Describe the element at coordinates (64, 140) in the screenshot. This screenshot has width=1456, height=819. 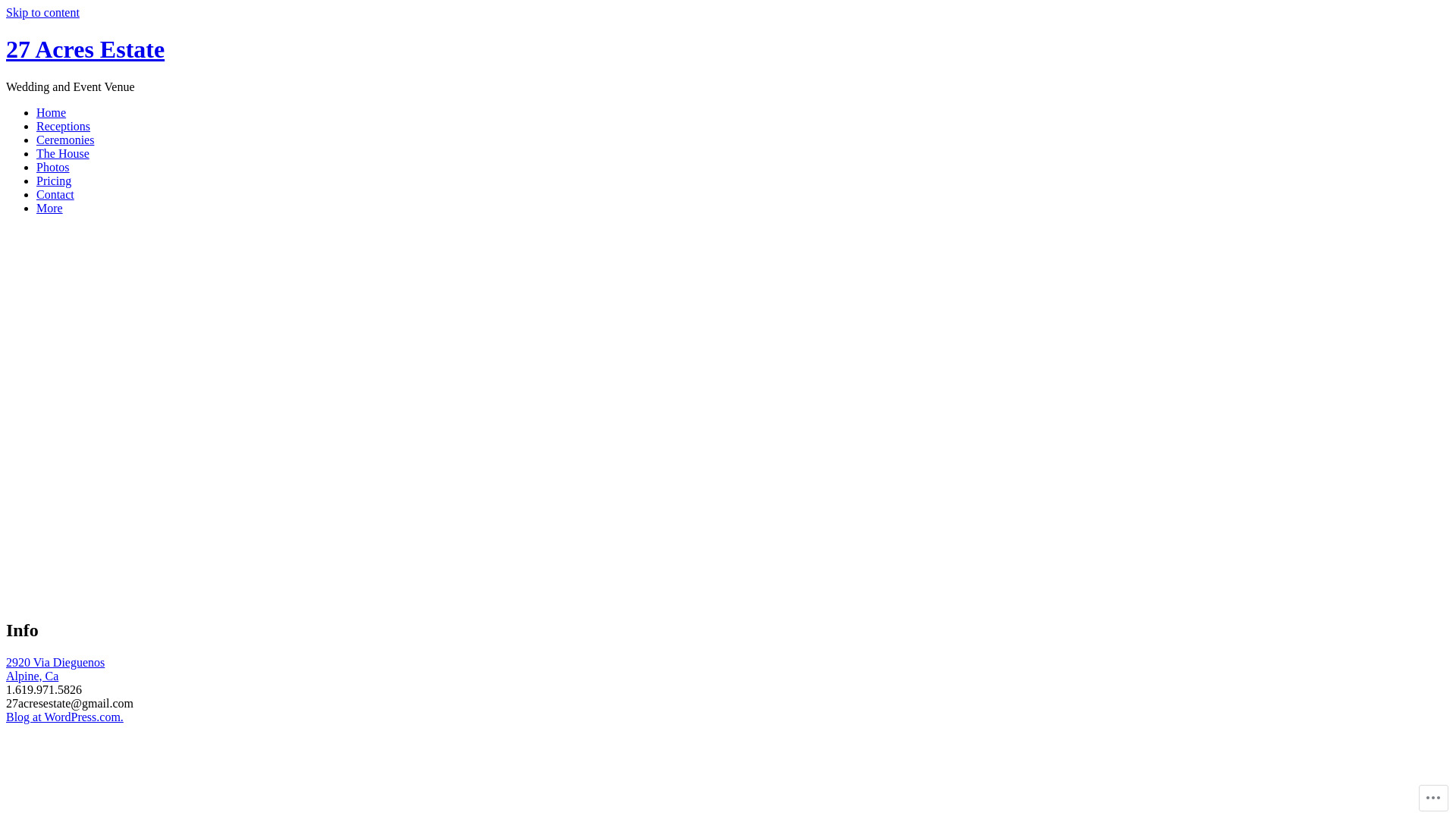
I see `'Ceremonies'` at that location.